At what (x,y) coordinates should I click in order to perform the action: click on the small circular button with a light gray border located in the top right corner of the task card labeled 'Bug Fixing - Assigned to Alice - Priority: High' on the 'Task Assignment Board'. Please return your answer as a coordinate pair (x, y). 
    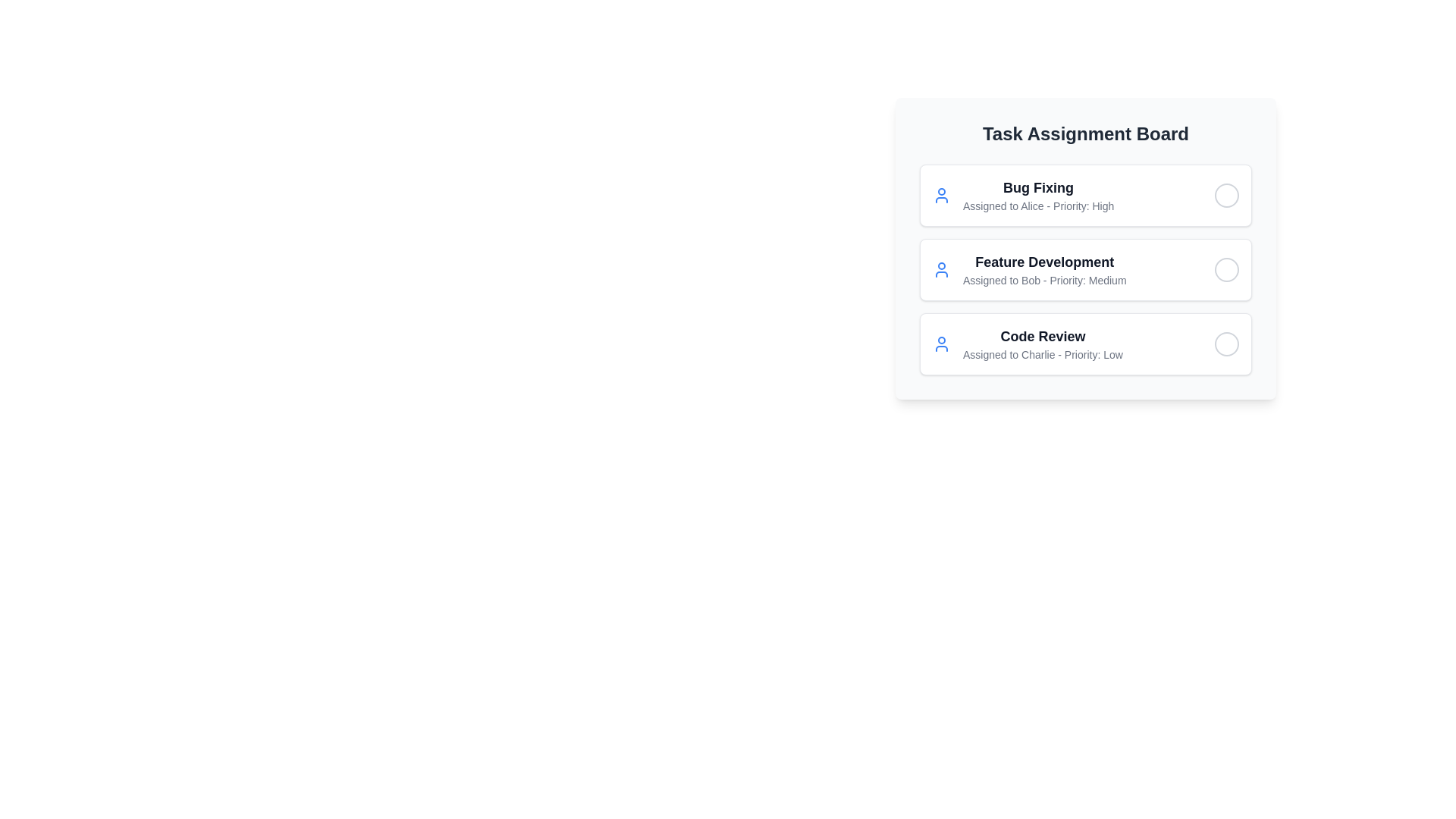
    Looking at the image, I should click on (1226, 195).